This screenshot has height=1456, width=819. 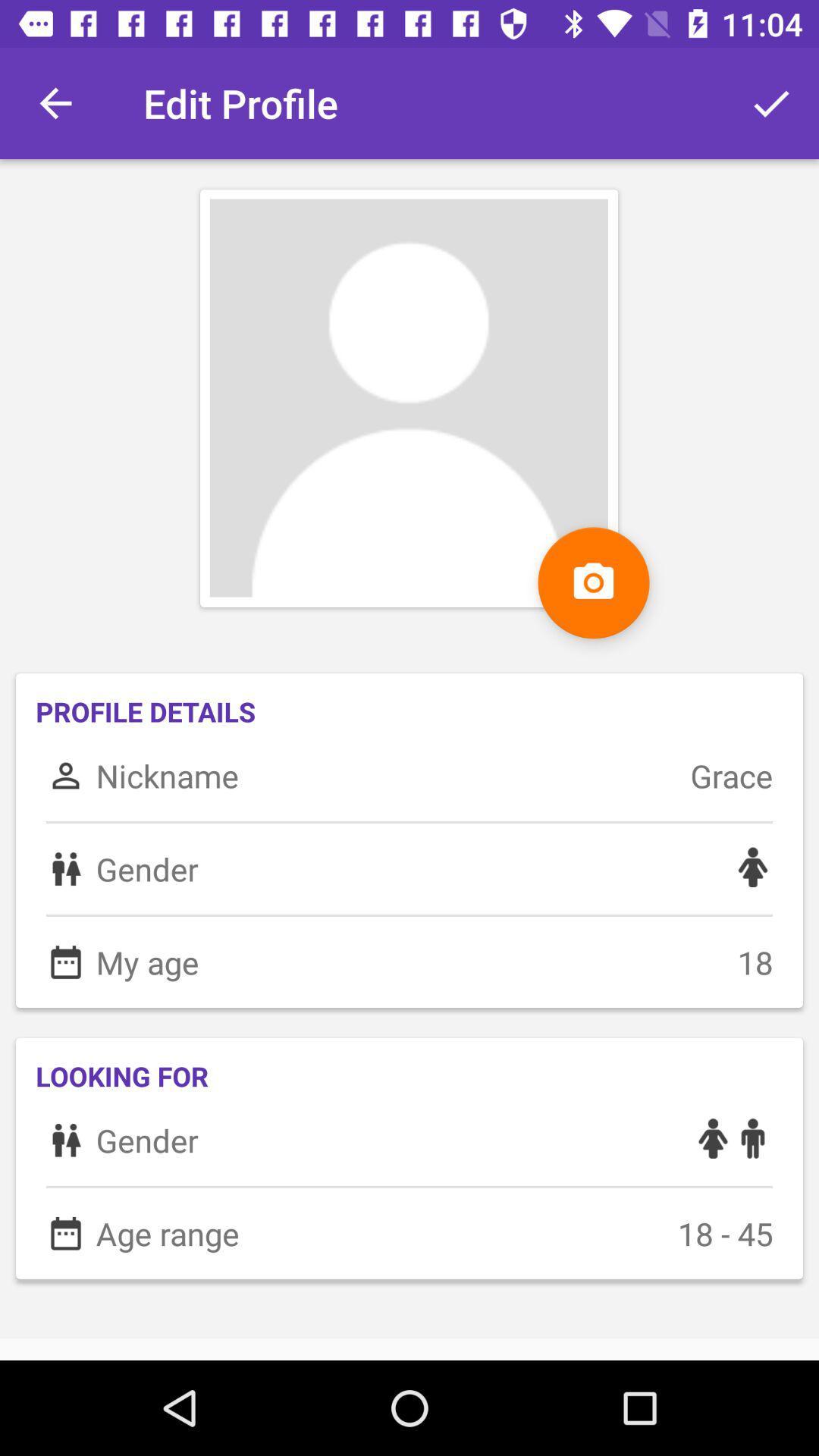 I want to click on icon next to edit profile, so click(x=771, y=102).